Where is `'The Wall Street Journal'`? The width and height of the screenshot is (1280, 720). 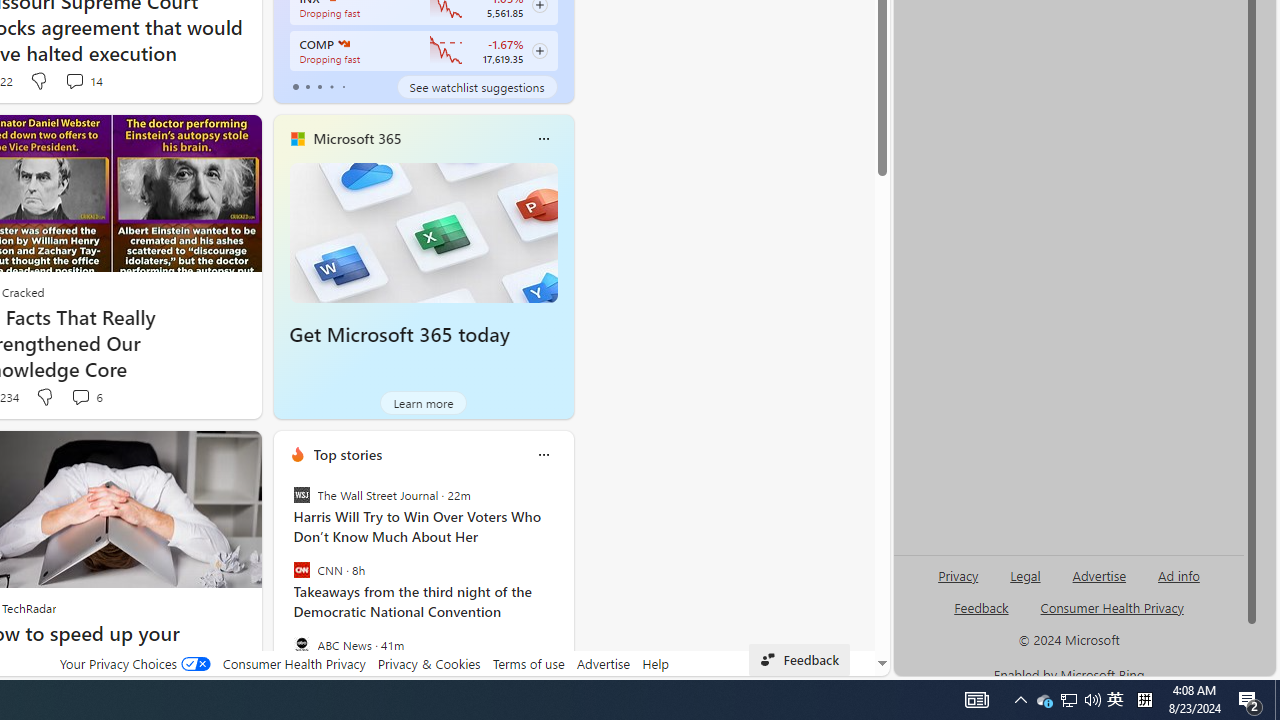 'The Wall Street Journal' is located at coordinates (300, 495).